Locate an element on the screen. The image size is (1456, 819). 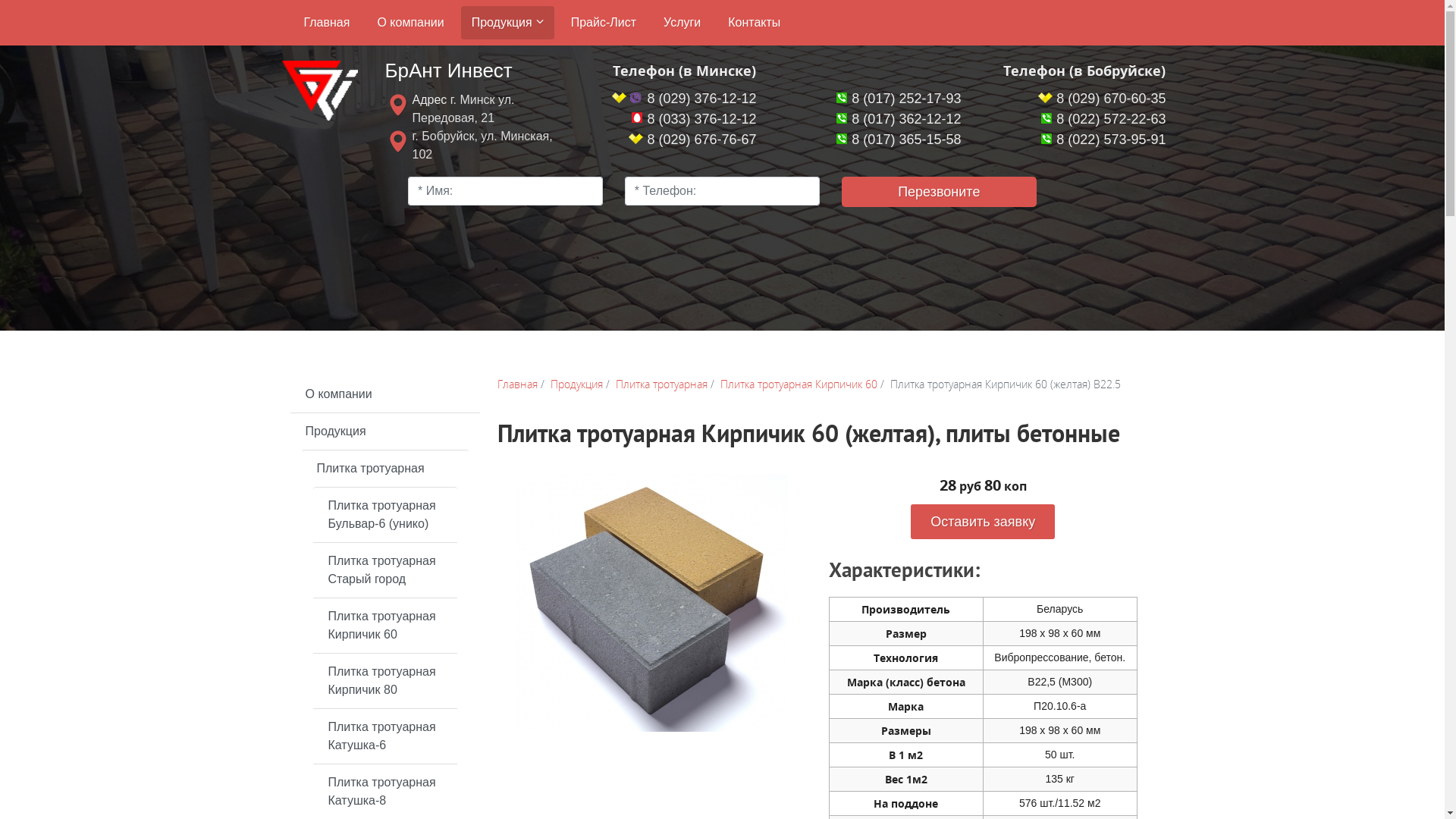
'8 (029) 376-12-12' is located at coordinates (611, 99).